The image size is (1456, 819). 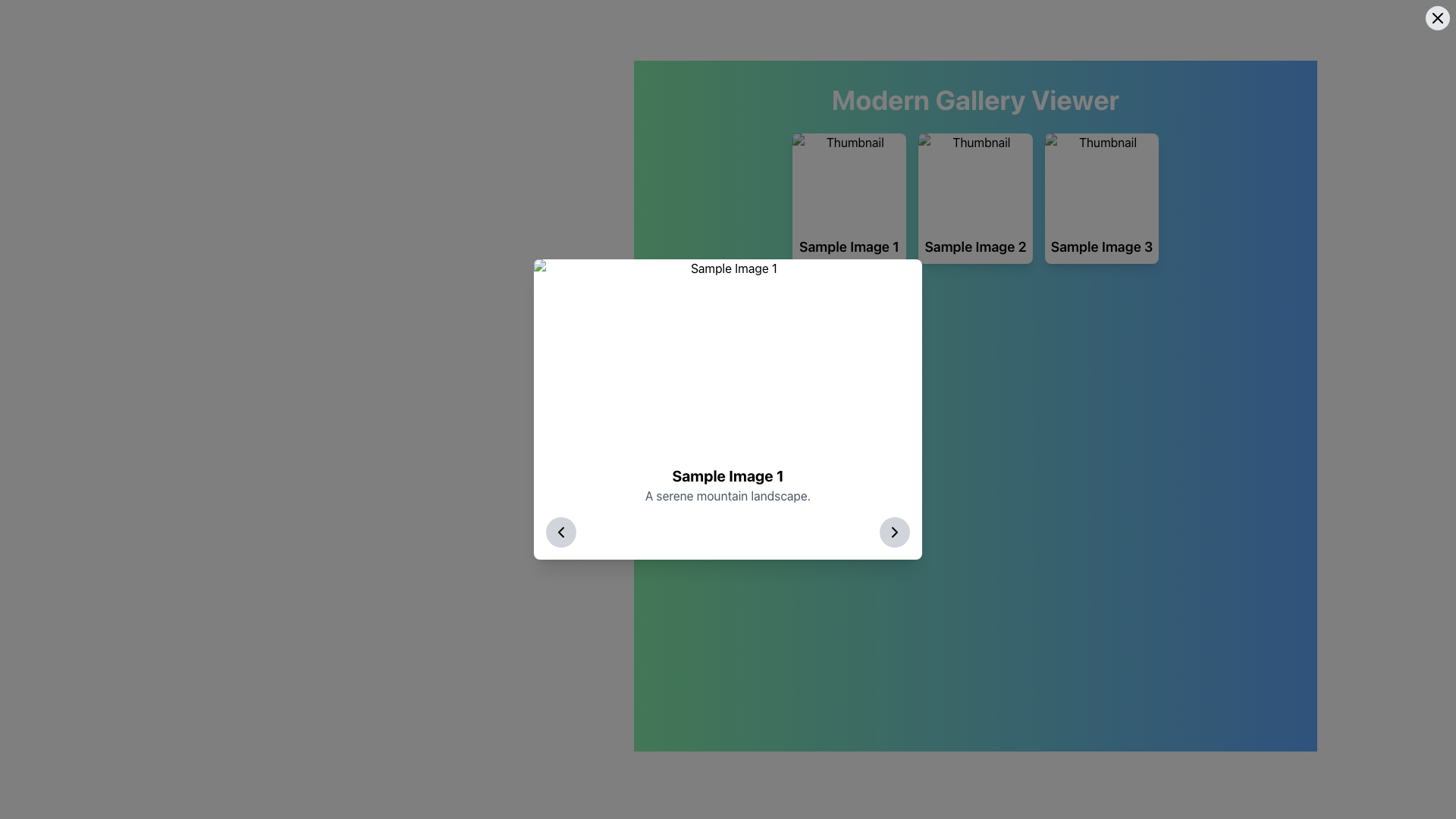 What do you see at coordinates (975, 246) in the screenshot?
I see `the Text label that serves as a caption or title for the thumbnail image, located in the second card of the gallery viewer interface` at bounding box center [975, 246].